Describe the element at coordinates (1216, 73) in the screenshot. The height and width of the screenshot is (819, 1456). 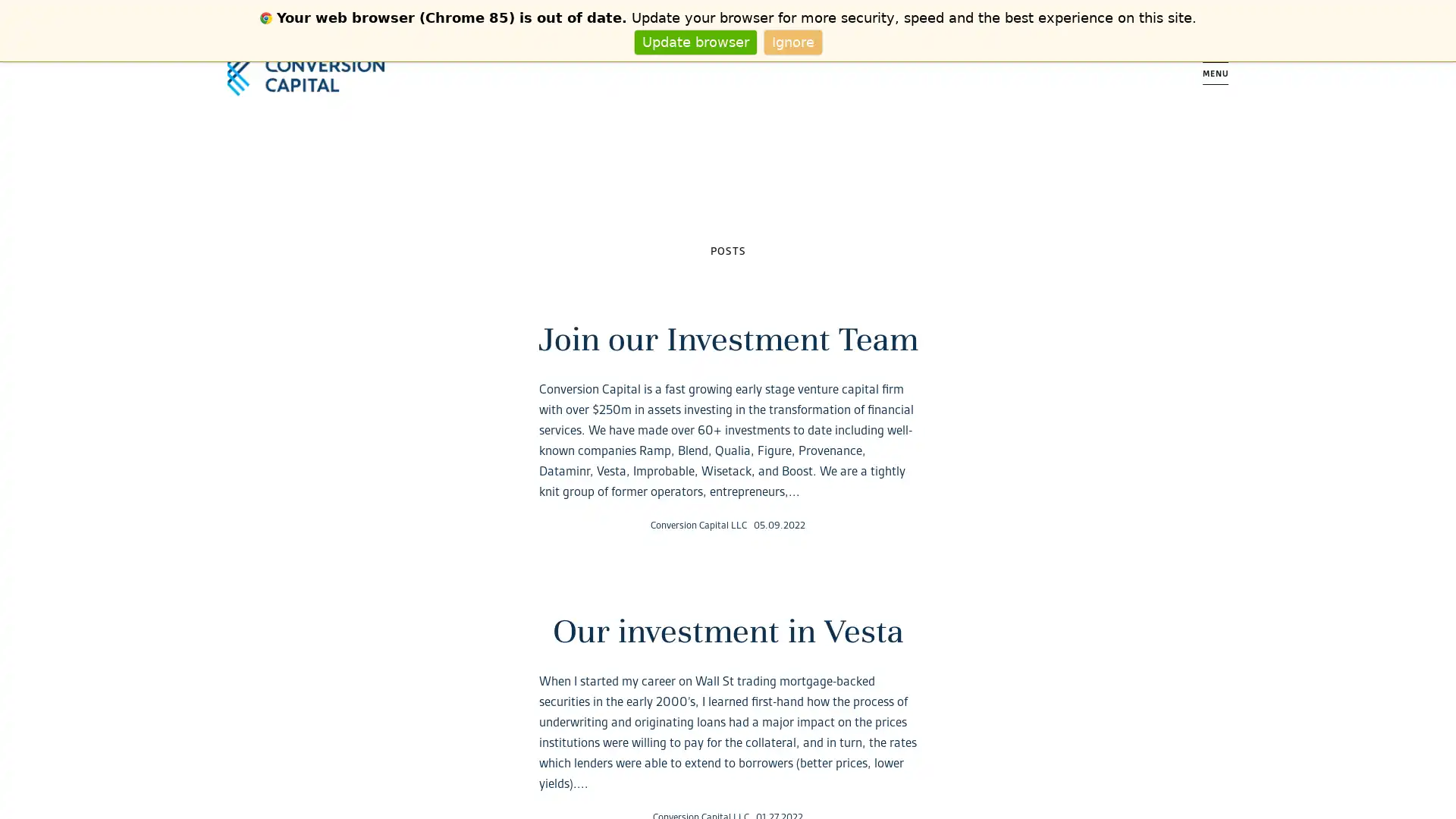
I see `MENU` at that location.